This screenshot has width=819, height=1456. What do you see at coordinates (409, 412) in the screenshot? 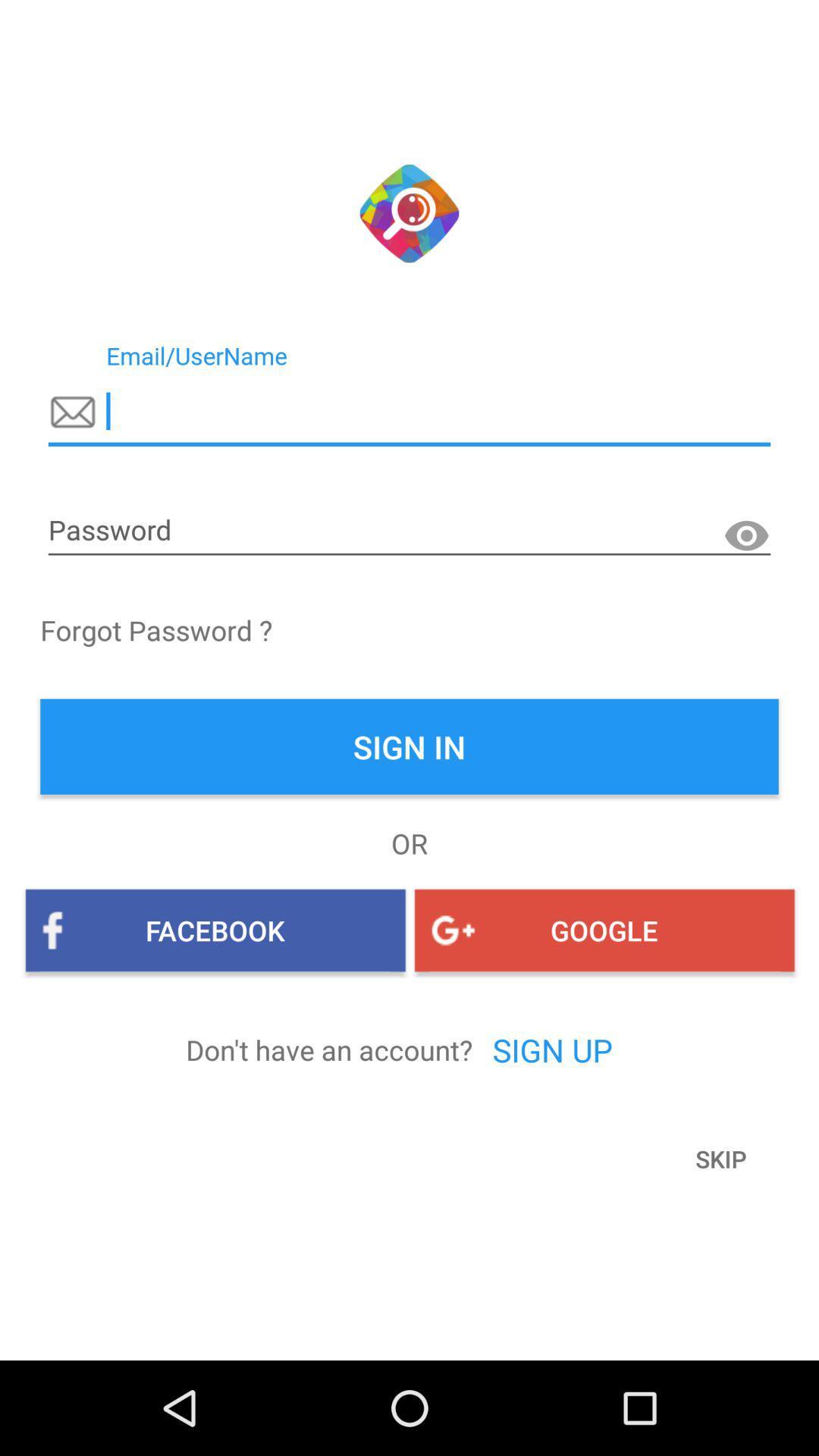
I see `user name` at bounding box center [409, 412].